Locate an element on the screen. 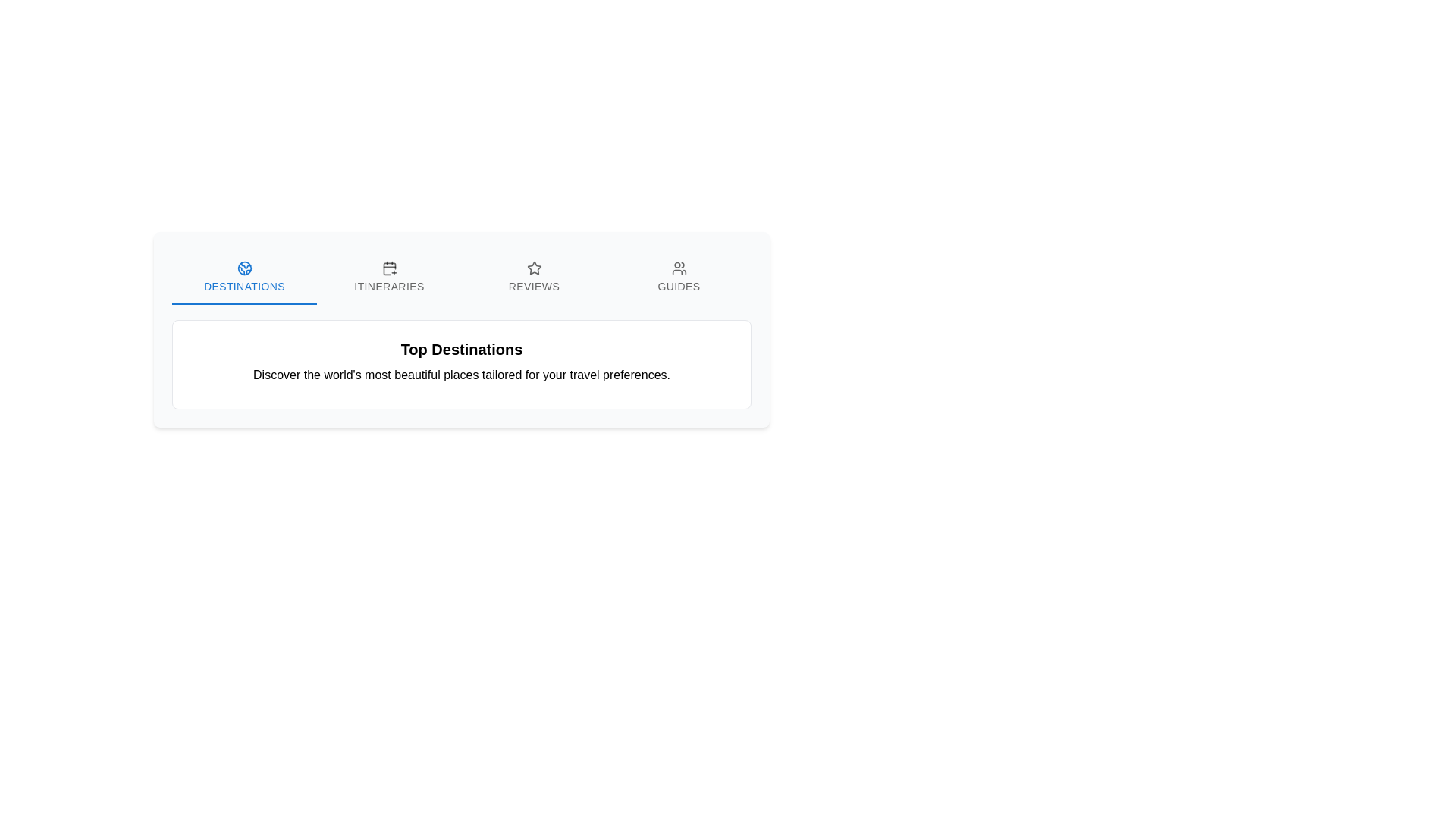  the star icon located within the 'REVIEWS' tab, which features a gray tone and symmetrical geometric layout is located at coordinates (534, 267).